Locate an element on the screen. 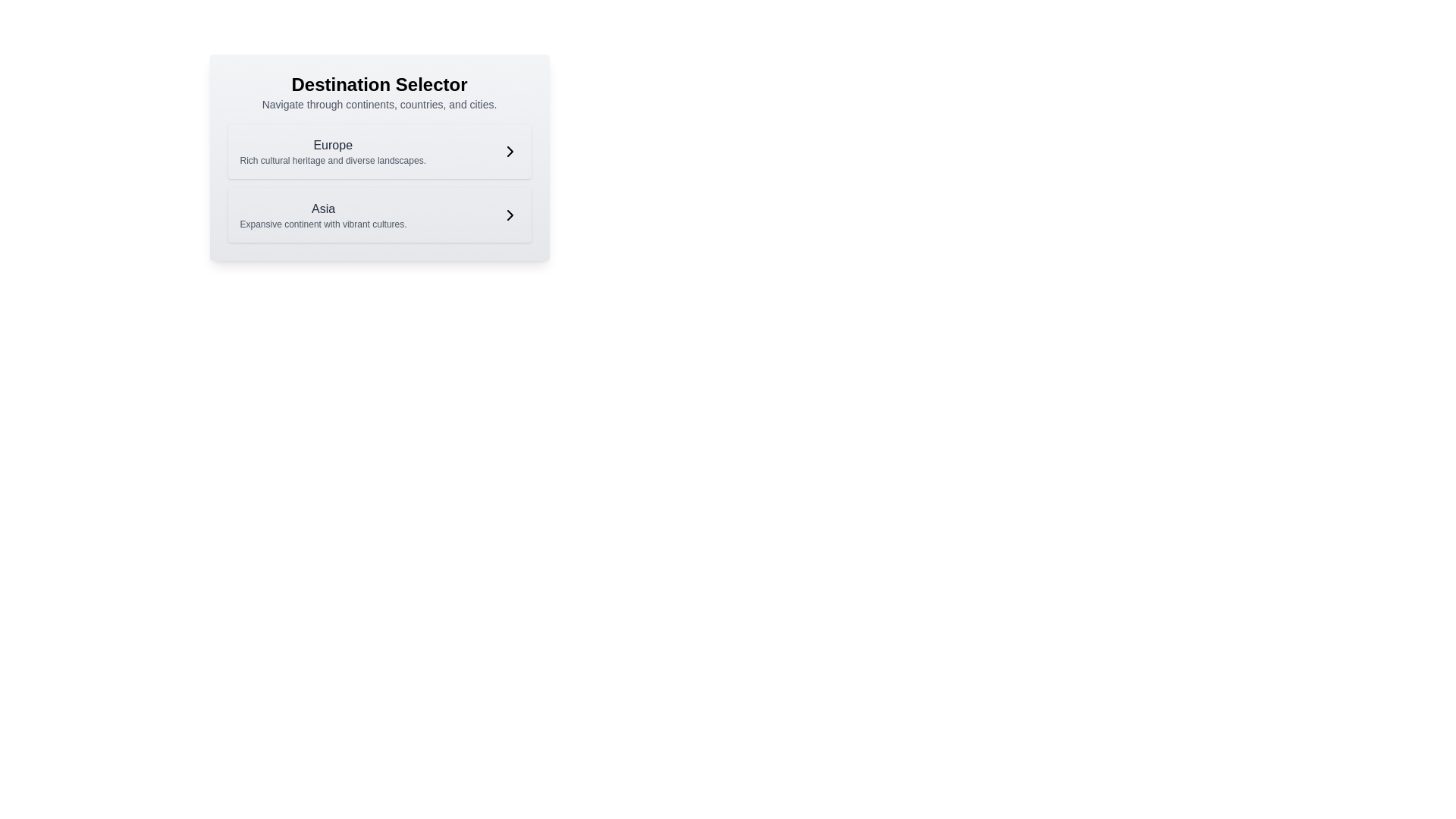 The height and width of the screenshot is (819, 1456). the static text element that provides information about the 'Destination Selector' module, located directly below the 'Destination Selector' title is located at coordinates (379, 104).